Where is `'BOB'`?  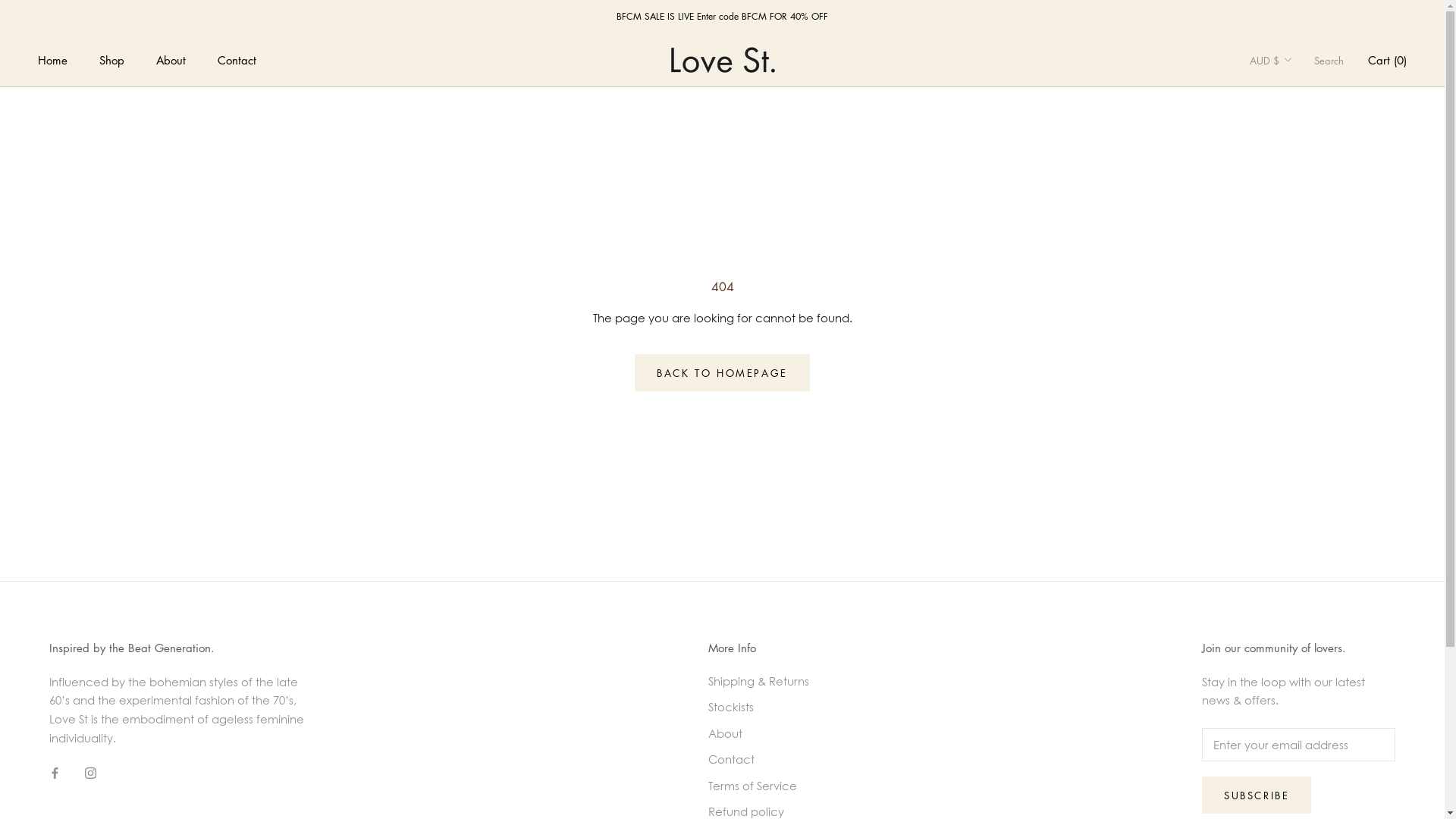 'BOB' is located at coordinates (1249, 428).